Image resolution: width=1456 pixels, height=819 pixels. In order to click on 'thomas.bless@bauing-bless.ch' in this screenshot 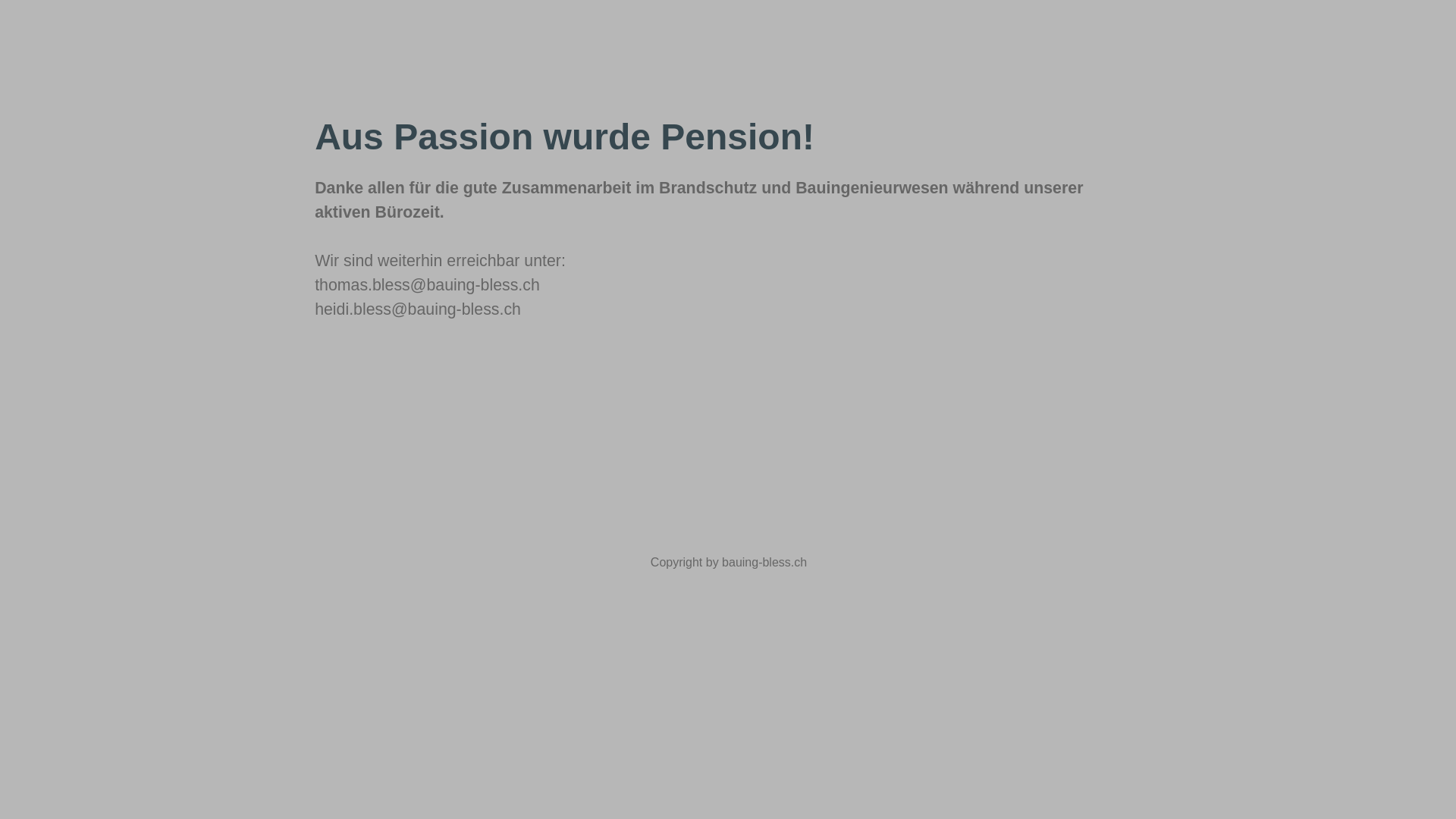, I will do `click(426, 284)`.